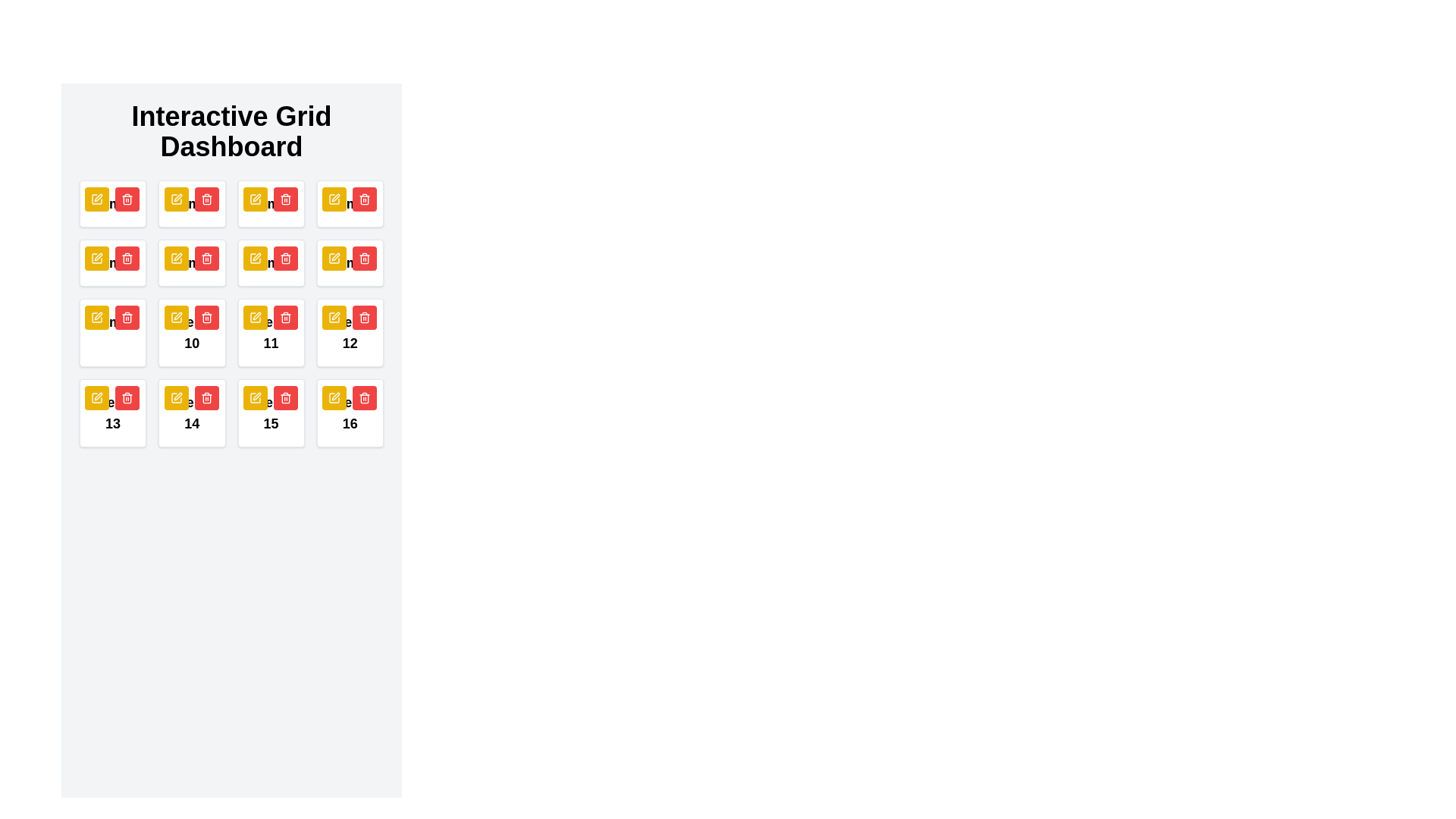 Image resolution: width=1456 pixels, height=819 pixels. What do you see at coordinates (206, 257) in the screenshot?
I see `the second interactive button with a red background and trash bin icon, located in the top-right corner of the card` at bounding box center [206, 257].